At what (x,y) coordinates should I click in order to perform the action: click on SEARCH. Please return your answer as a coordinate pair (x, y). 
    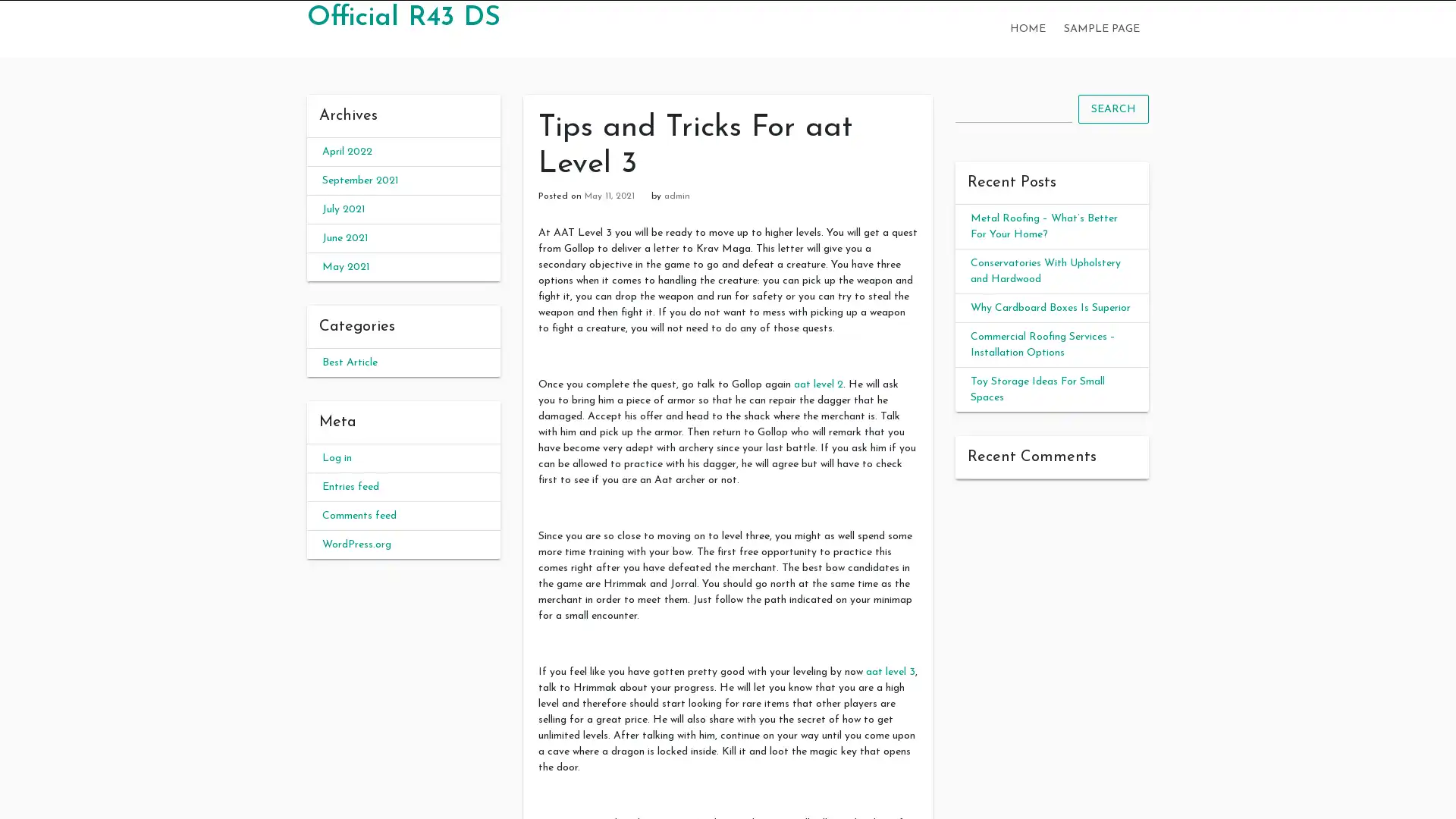
    Looking at the image, I should click on (1113, 108).